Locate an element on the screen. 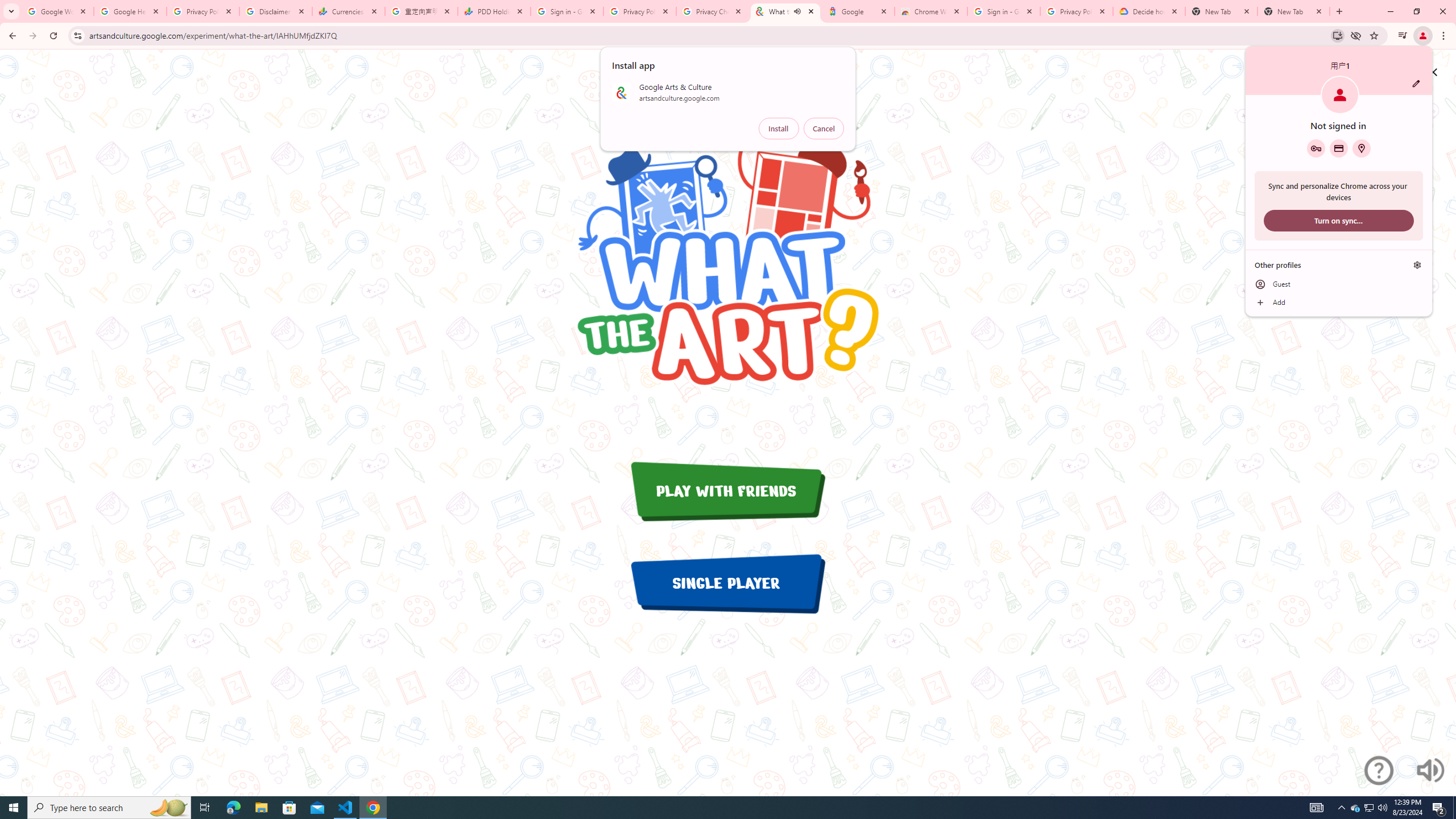  'Q2790: 100%' is located at coordinates (1368, 806).